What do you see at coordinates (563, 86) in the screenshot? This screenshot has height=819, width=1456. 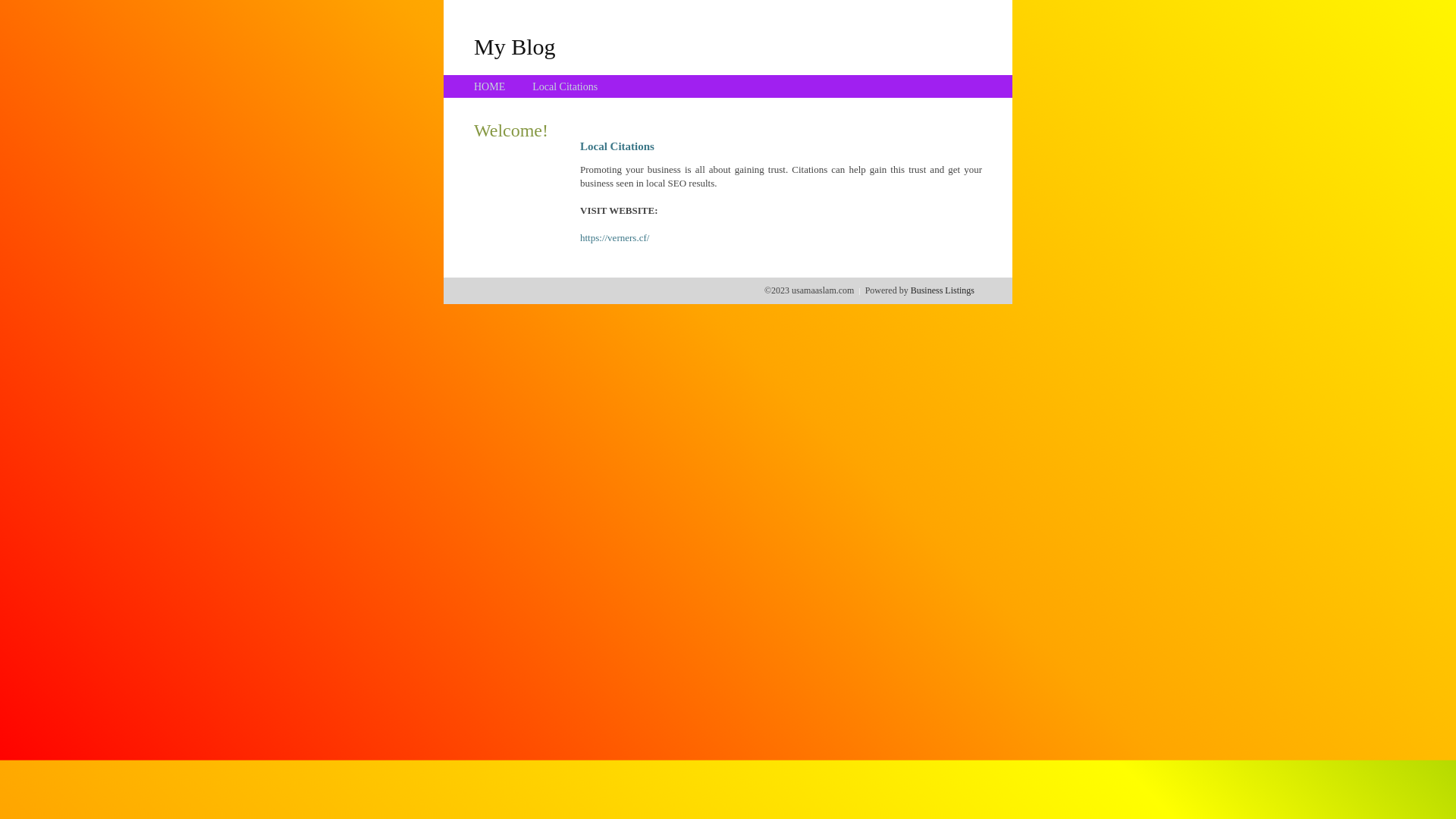 I see `'Local Citations'` at bounding box center [563, 86].